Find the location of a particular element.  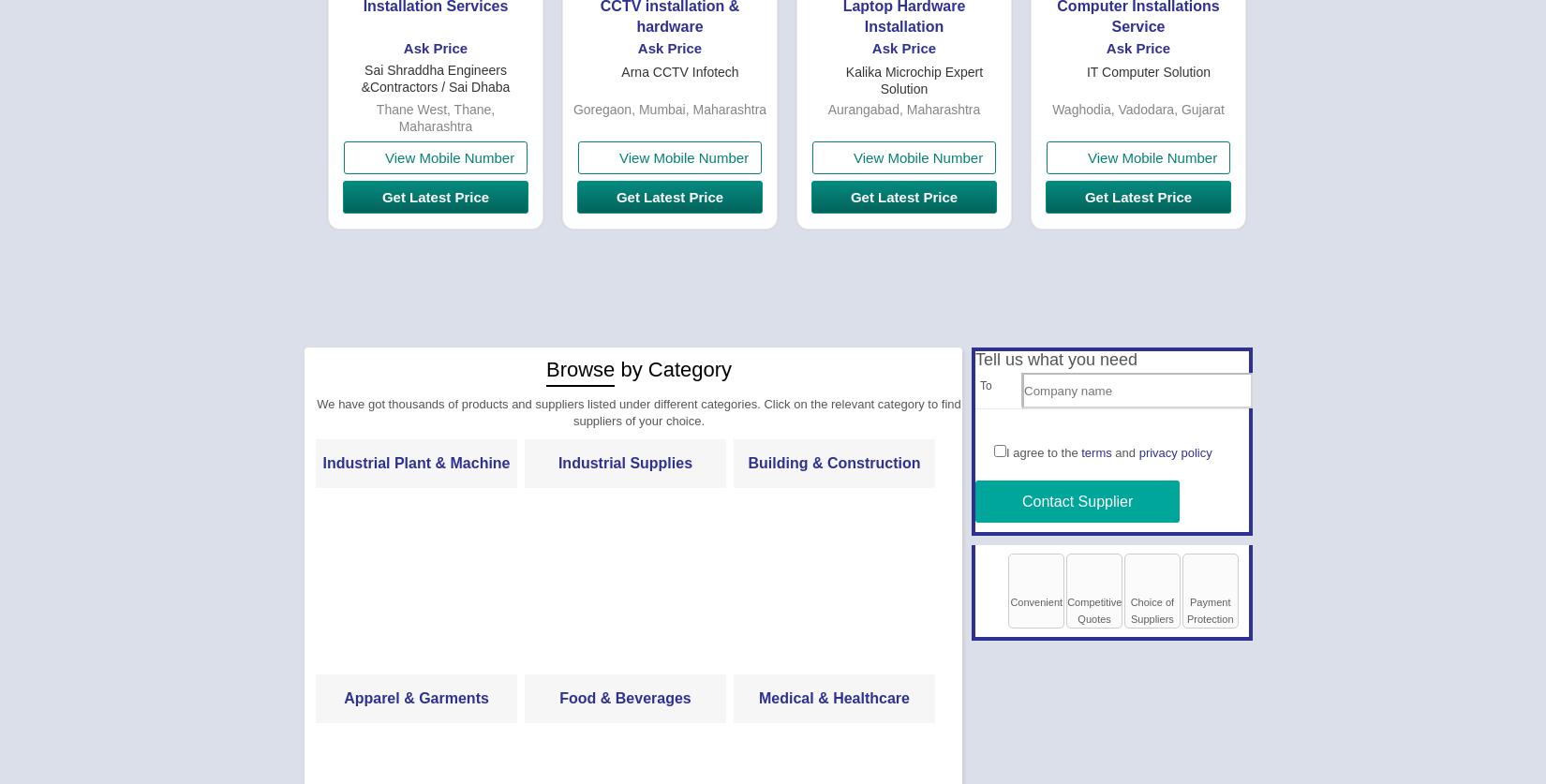

'Food & Beverages' is located at coordinates (623, 697).